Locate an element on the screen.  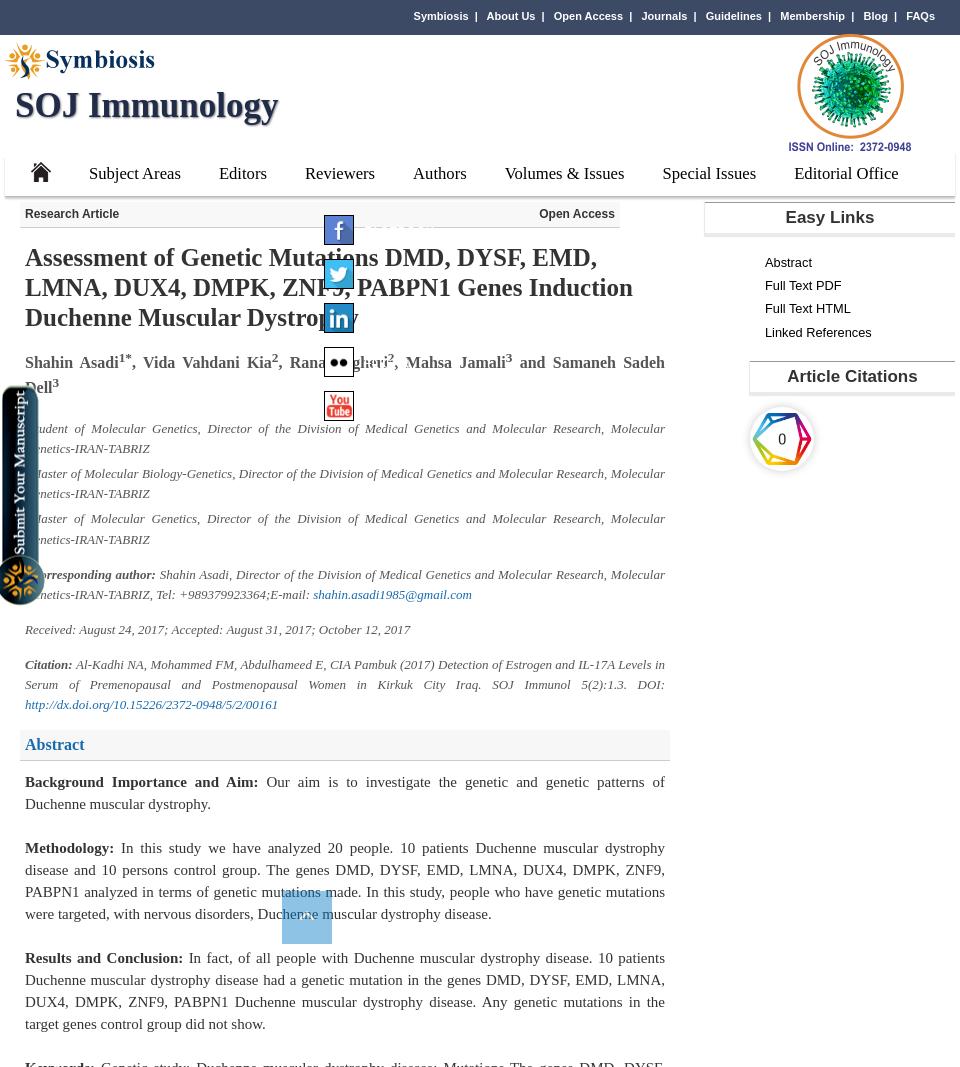
'Al-Kadhi NA, Mohammed FM, Abdulhameed E, CIA Pambuk (2017) Detection of Estrogen and IL-17A Levels in Serum of Premenopausal and Postmenopausal Women in Kirkuk City Iraq. SOJ Immunol 5(2):1.3. DOI:' is located at coordinates (345, 673).